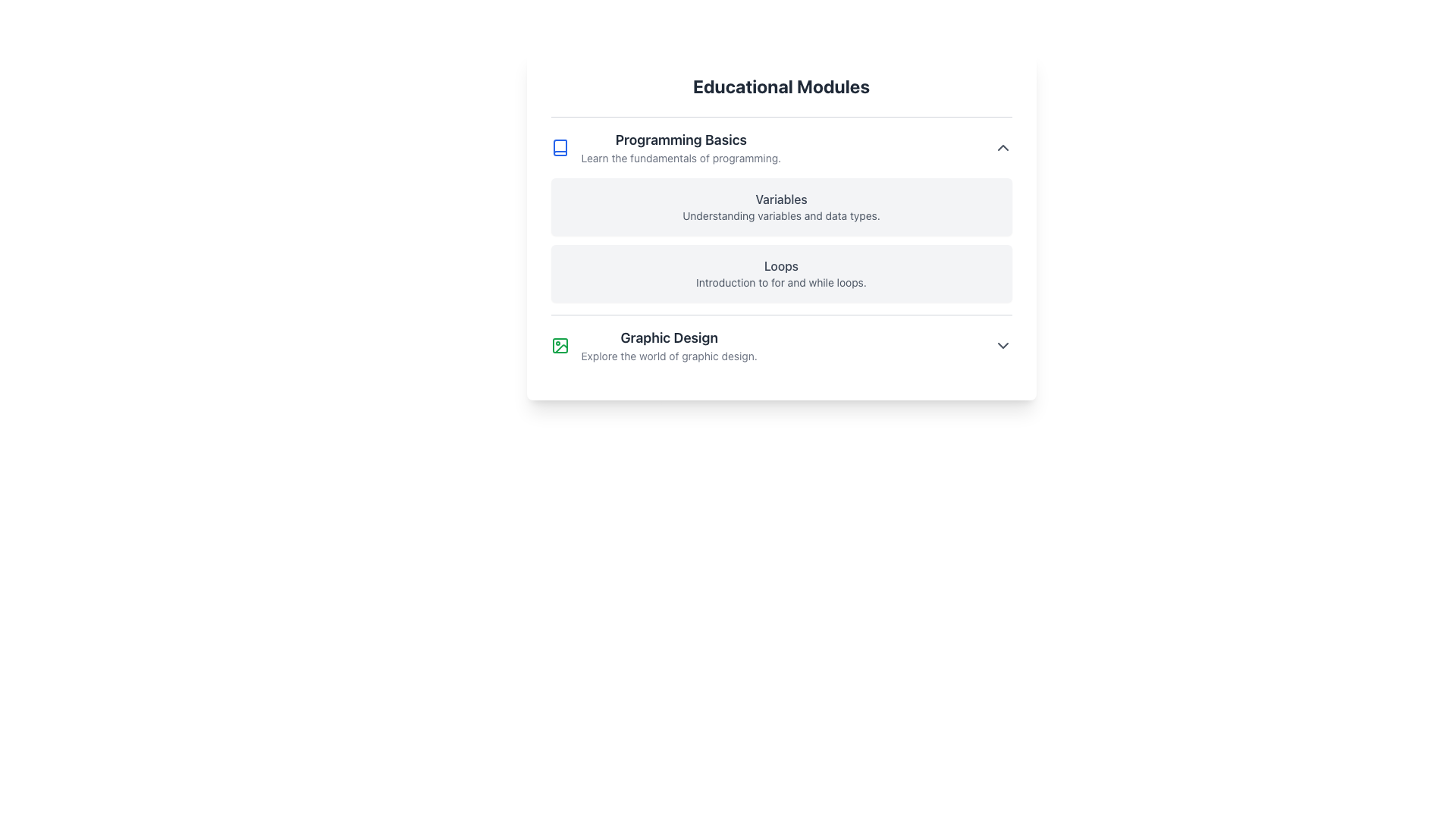 The image size is (1456, 819). What do you see at coordinates (668, 356) in the screenshot?
I see `the text label that says 'Explore the world of graphic design.', which is styled in a smaller, muted gray font and is located below the 'Graphic Design' text within the 'Educational Modules' section` at bounding box center [668, 356].